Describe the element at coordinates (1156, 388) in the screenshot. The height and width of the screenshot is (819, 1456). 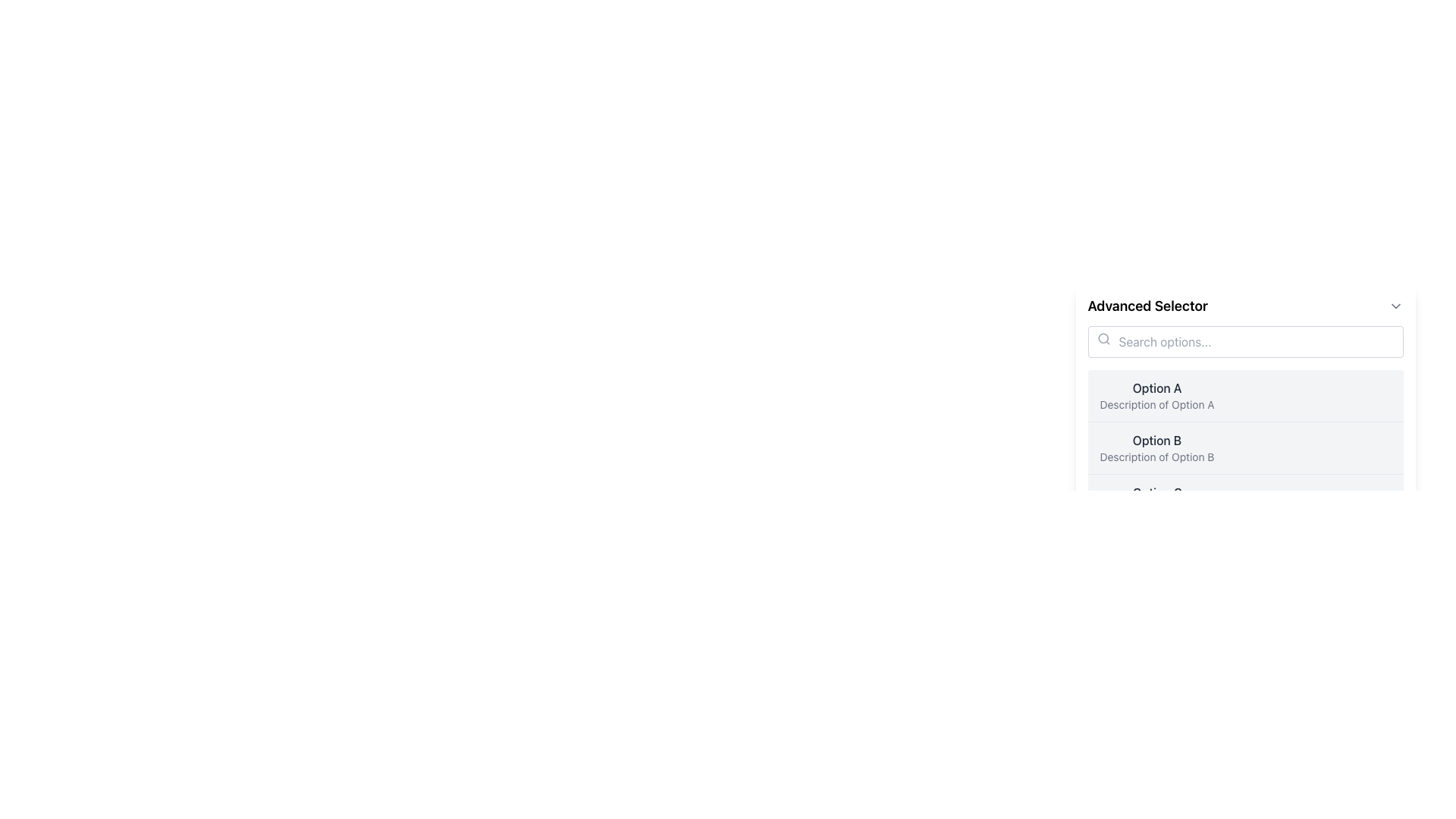
I see `the Text Label that identifies the corresponding option within the 'Advanced Selector' panel, located above the description text 'Description of Option A'` at that location.